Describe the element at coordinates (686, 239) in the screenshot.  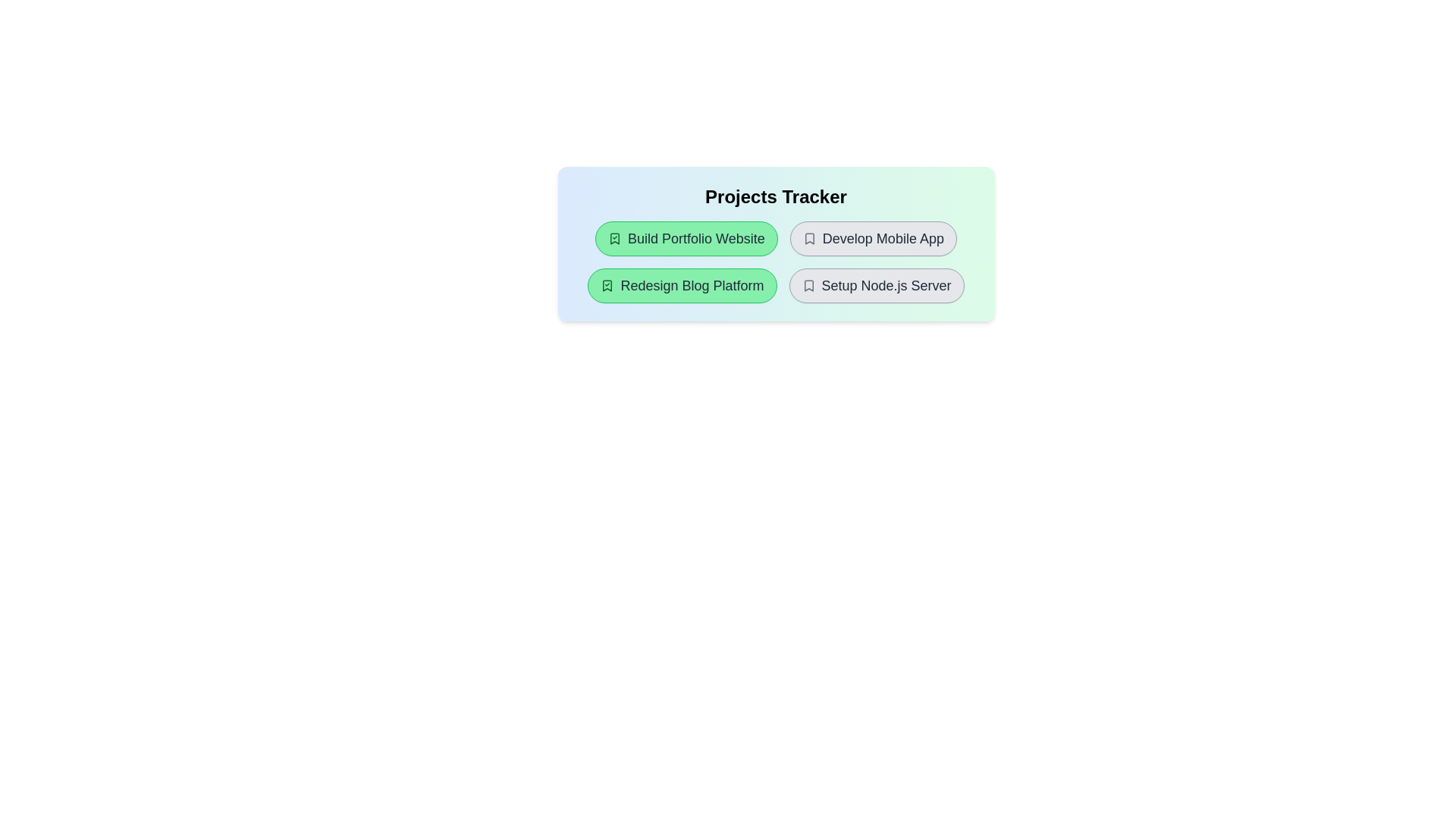
I see `the project item Build Portfolio Website to toggle its completion state` at that location.